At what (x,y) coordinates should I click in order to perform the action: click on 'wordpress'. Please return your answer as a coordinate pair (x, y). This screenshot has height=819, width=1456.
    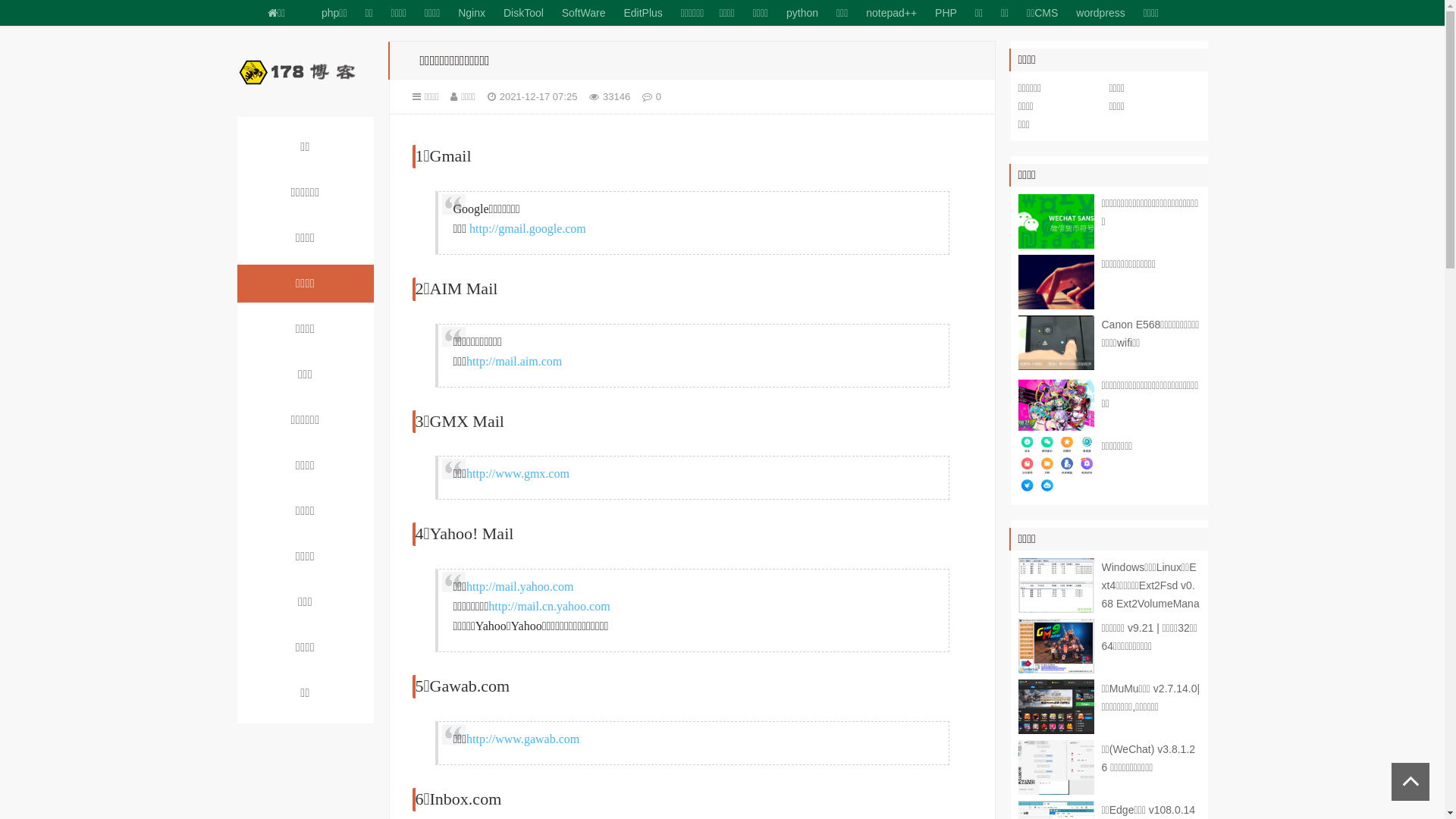
    Looking at the image, I should click on (1100, 12).